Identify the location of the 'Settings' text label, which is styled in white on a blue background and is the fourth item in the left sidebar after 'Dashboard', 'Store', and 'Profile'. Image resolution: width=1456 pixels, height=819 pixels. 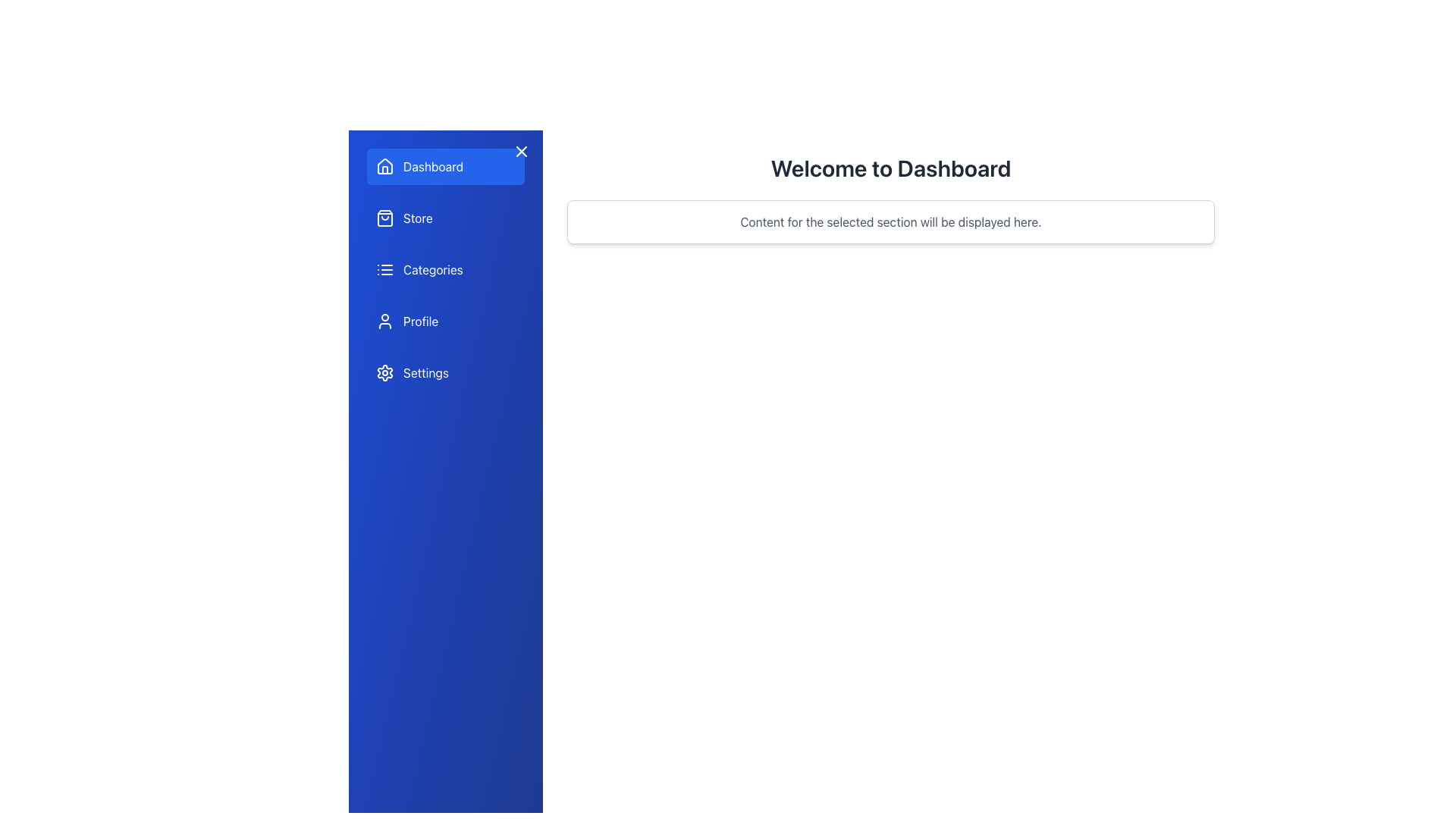
(425, 373).